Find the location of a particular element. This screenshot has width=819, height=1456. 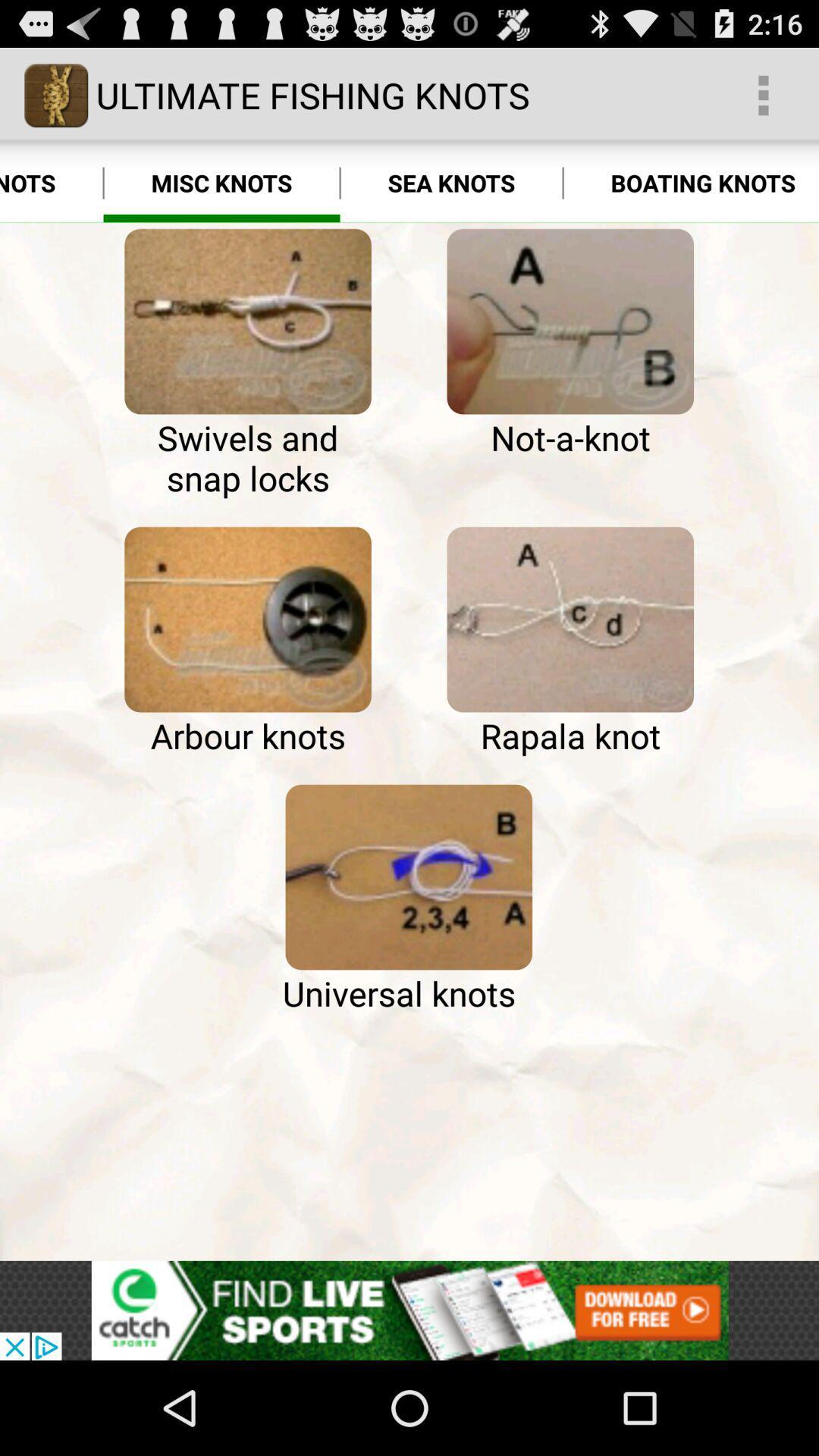

show arbour knots is located at coordinates (247, 620).